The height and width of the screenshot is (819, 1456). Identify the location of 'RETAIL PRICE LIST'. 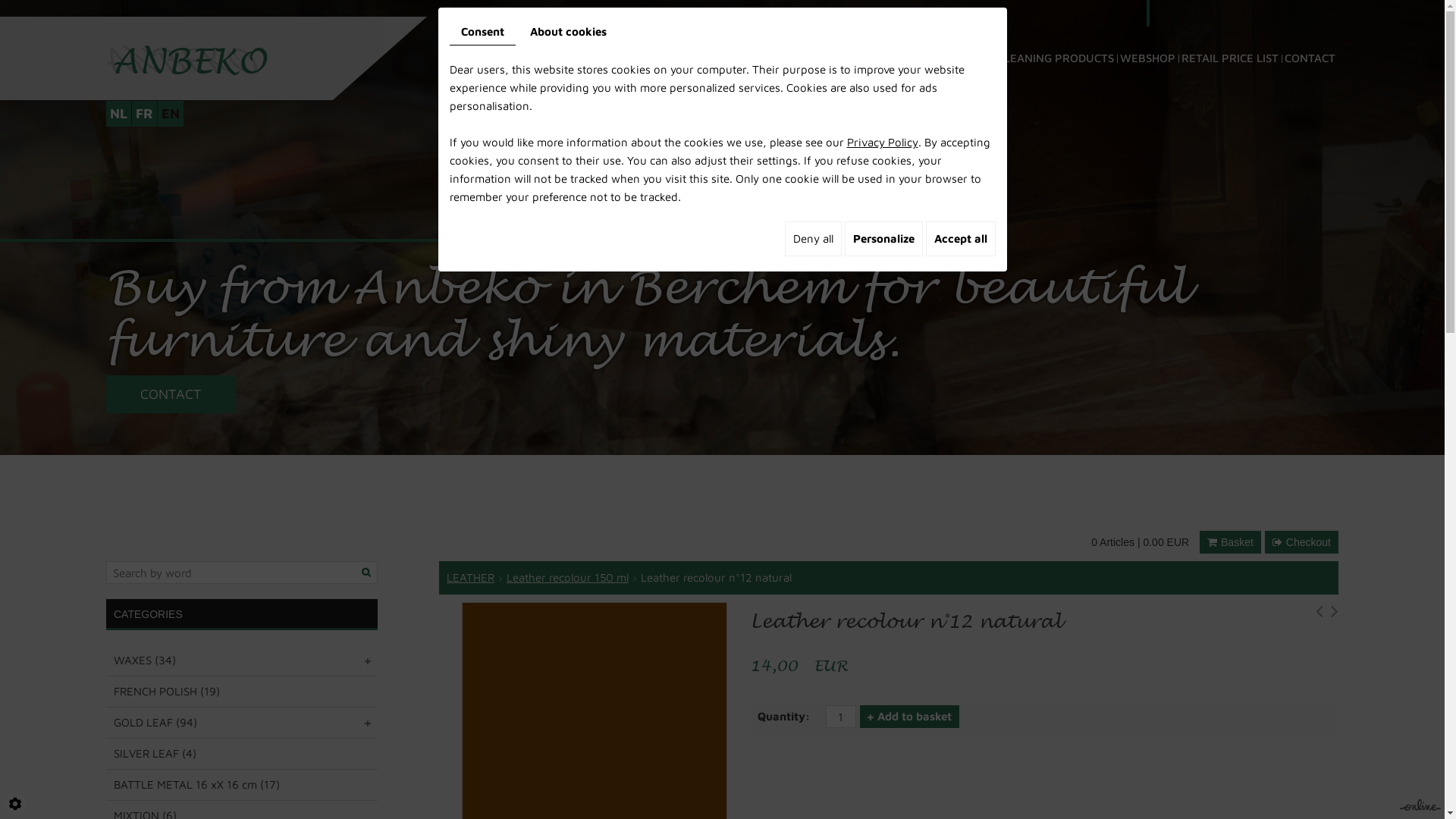
(1178, 36).